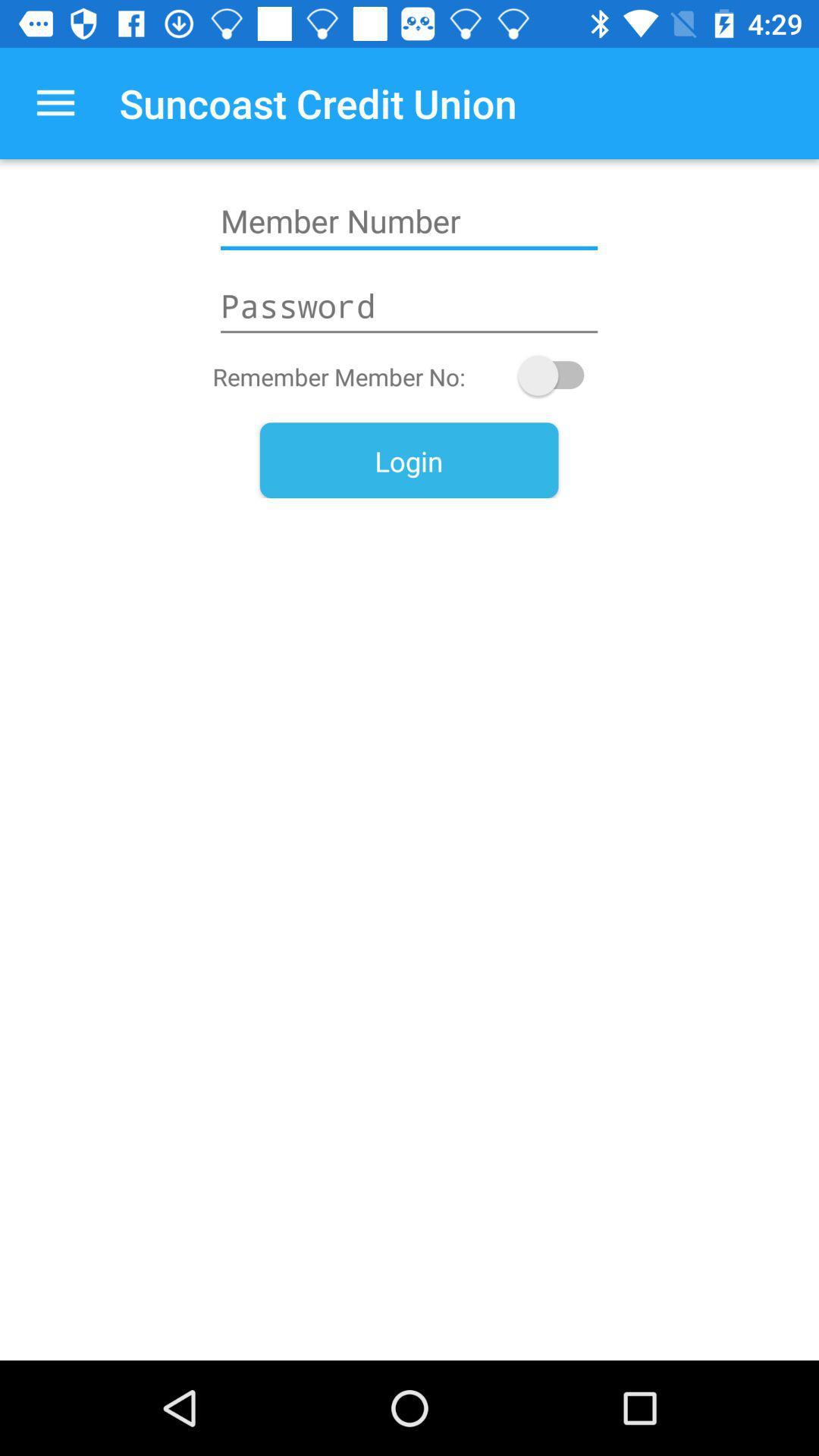 The image size is (819, 1456). What do you see at coordinates (408, 305) in the screenshot?
I see `input password` at bounding box center [408, 305].